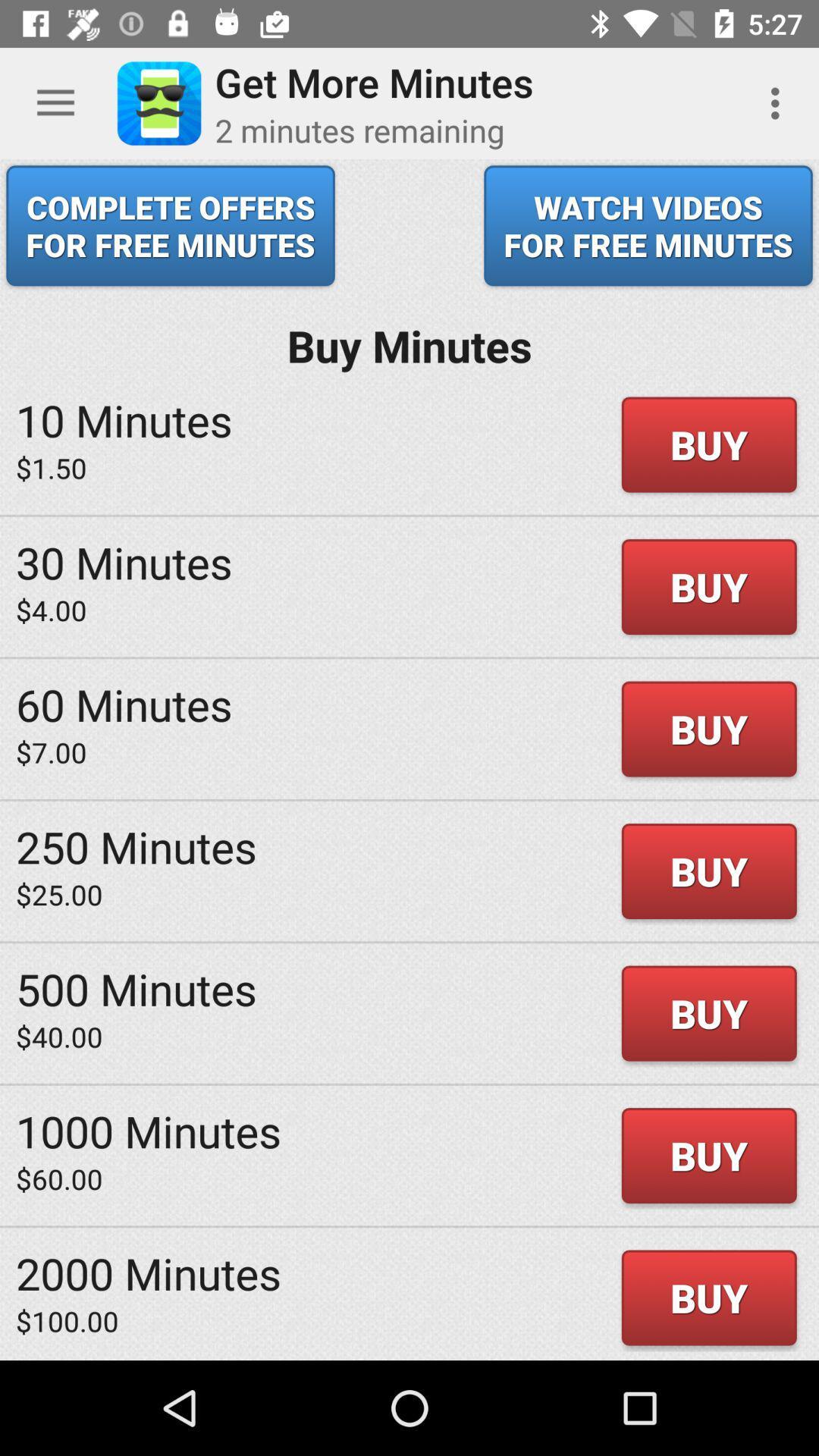  Describe the element at coordinates (709, 444) in the screenshot. I see `buy in first row` at that location.